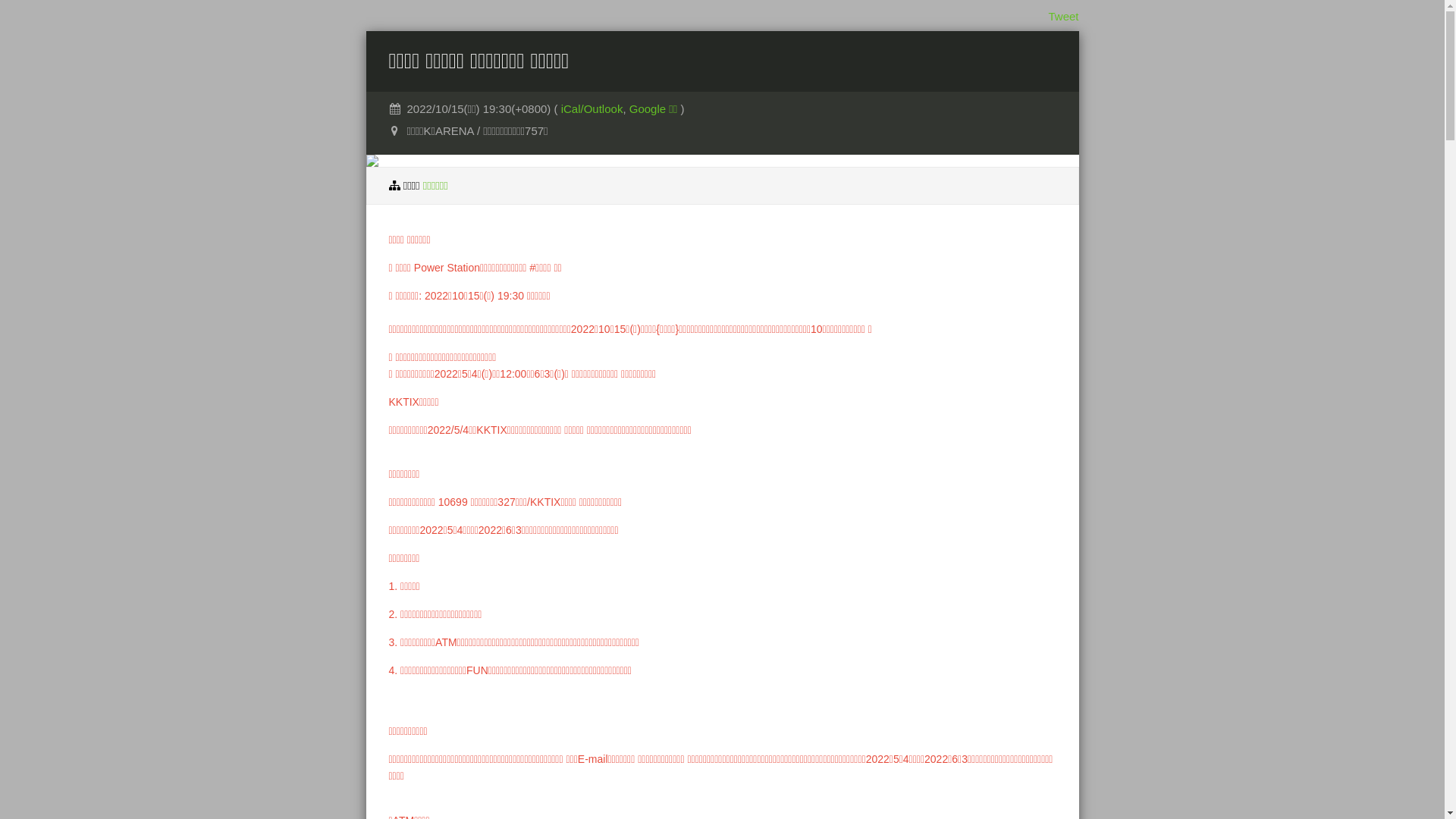 The height and width of the screenshot is (819, 1456). I want to click on 'iCal/Outlook', so click(591, 108).